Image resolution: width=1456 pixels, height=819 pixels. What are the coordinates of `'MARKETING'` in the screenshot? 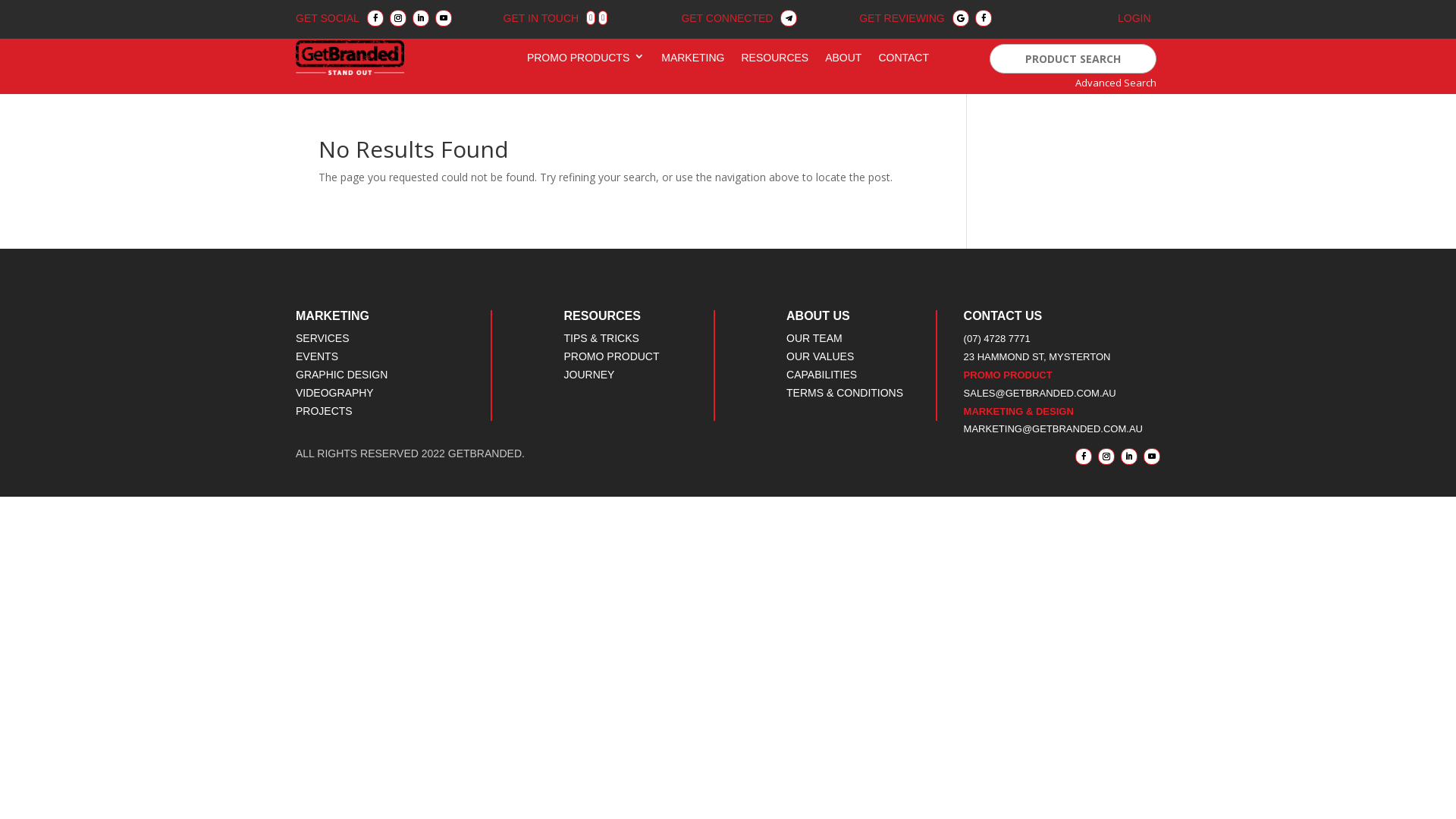 It's located at (692, 60).